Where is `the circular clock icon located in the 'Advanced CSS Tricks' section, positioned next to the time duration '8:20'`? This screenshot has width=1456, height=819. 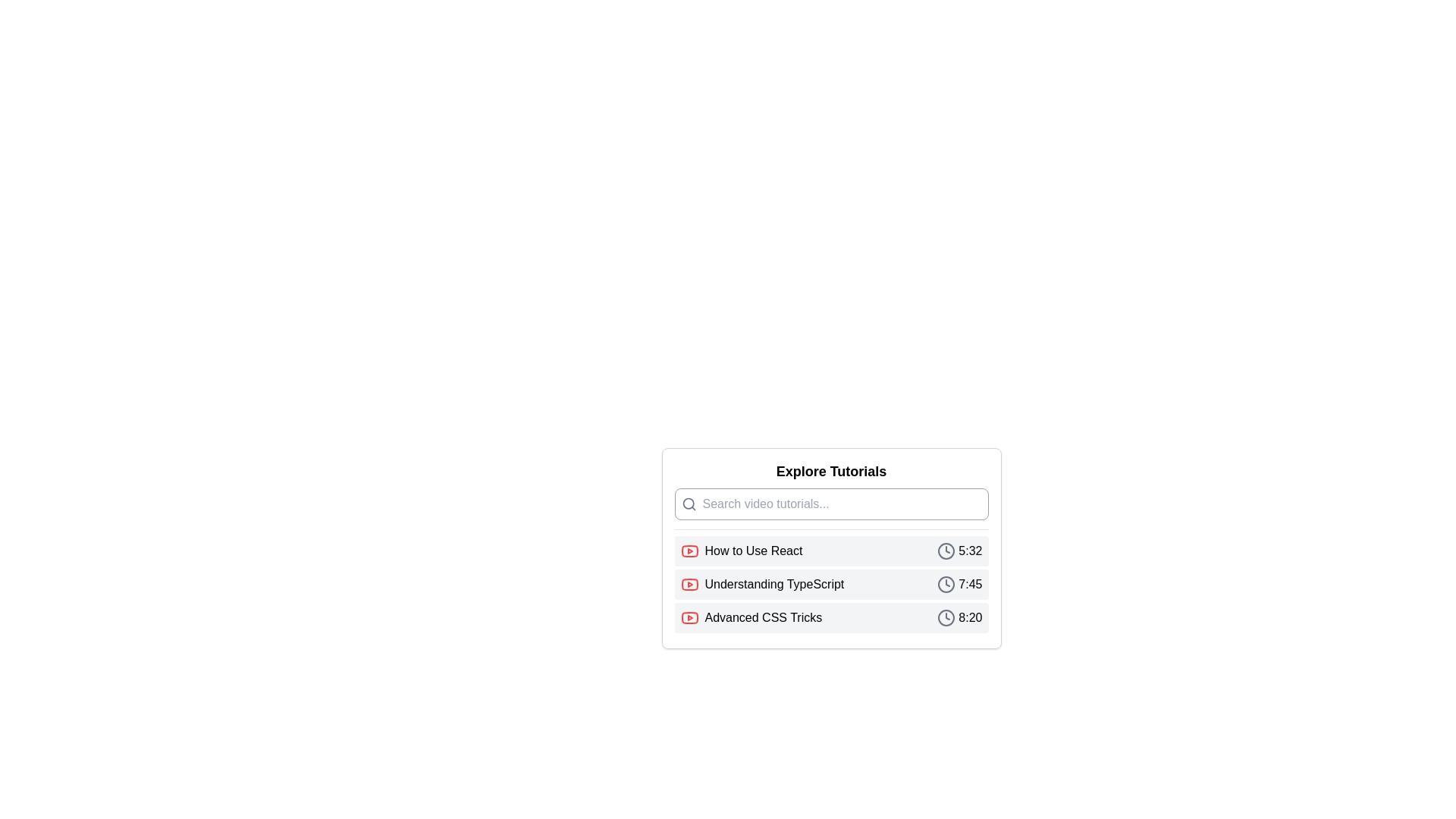
the circular clock icon located in the 'Advanced CSS Tricks' section, positioned next to the time duration '8:20' is located at coordinates (946, 617).